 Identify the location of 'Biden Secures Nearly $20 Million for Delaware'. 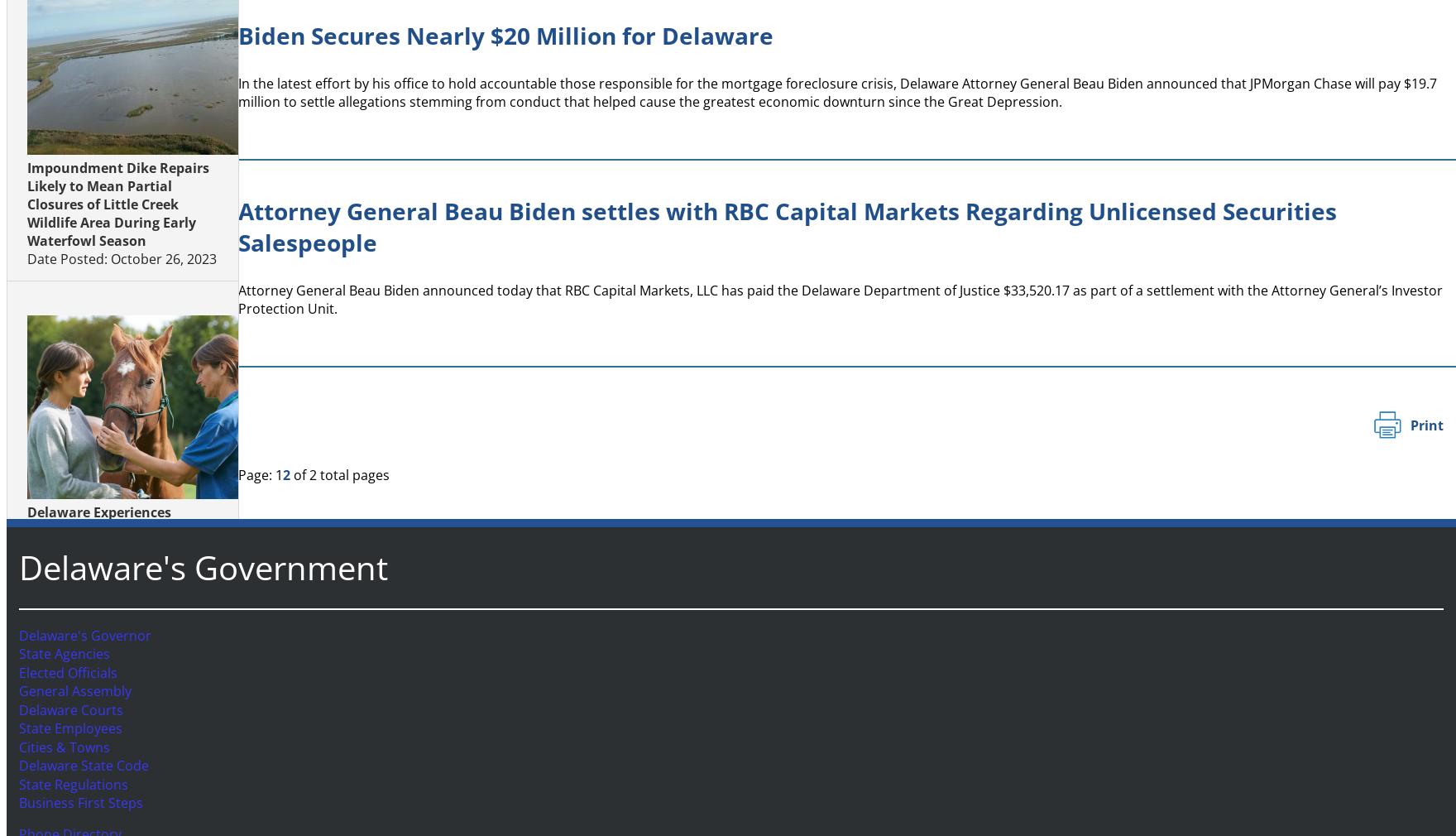
(505, 35).